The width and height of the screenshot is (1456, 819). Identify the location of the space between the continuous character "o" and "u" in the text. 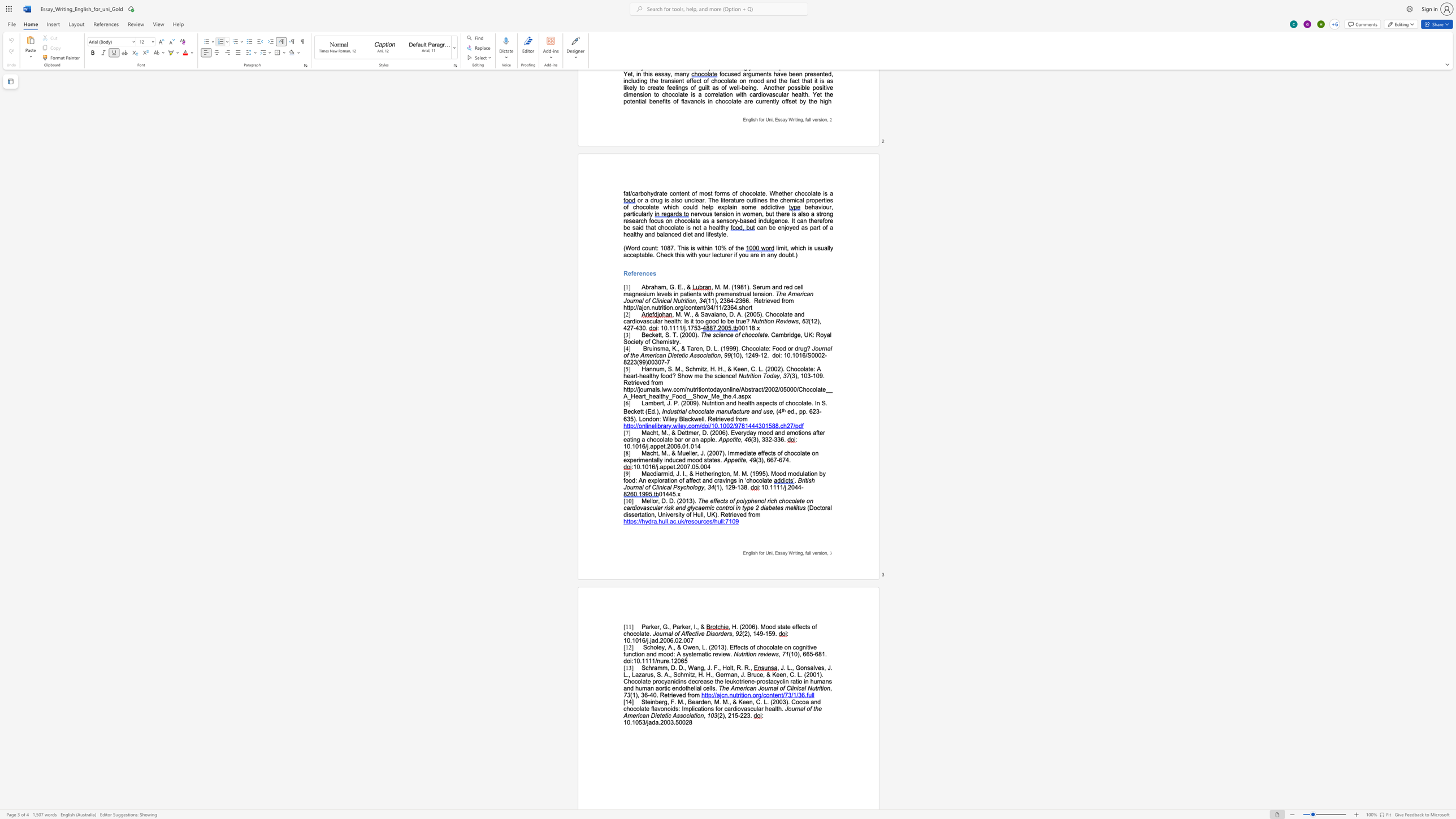
(658, 634).